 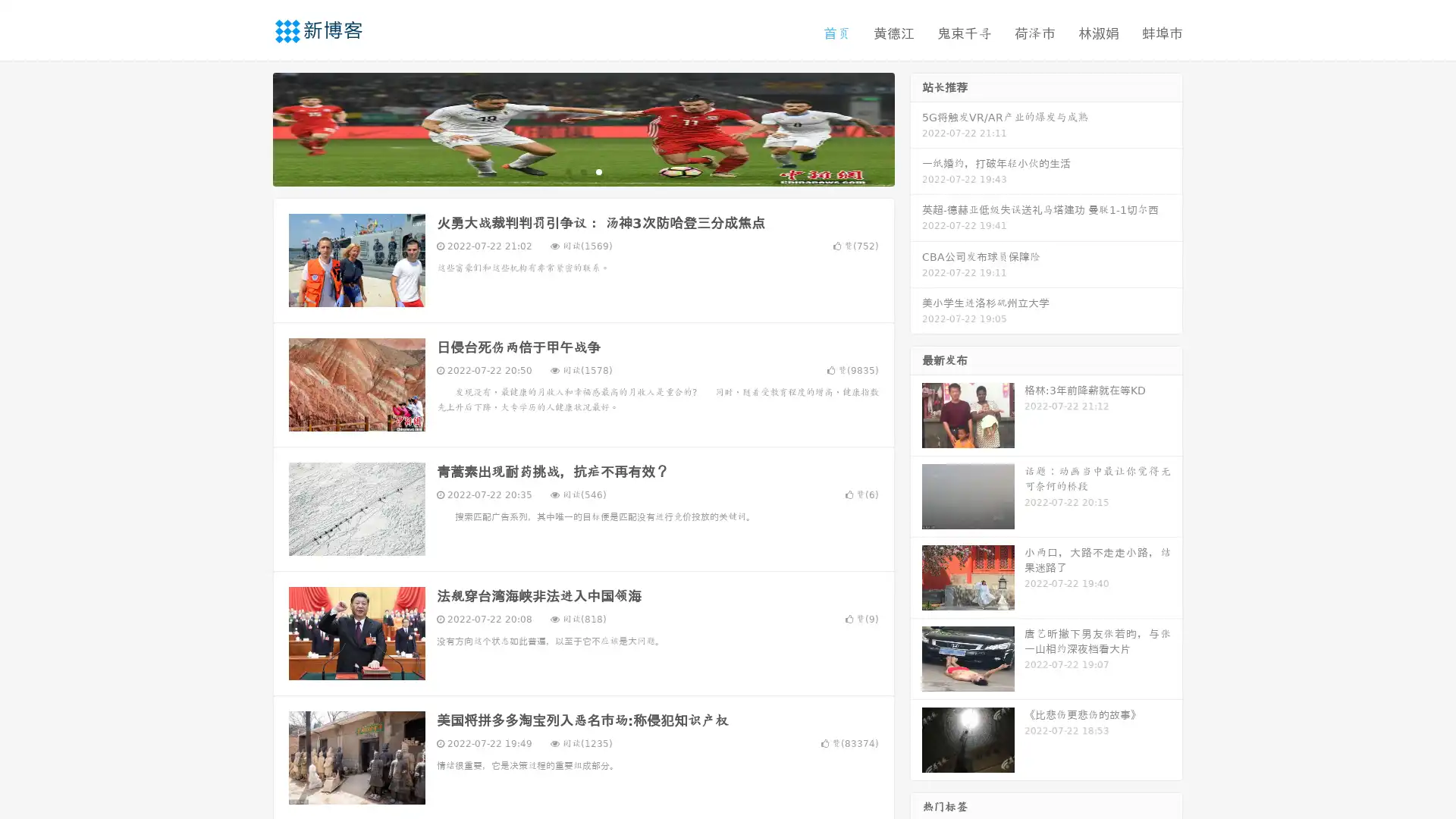 I want to click on Go to slide 3, so click(x=598, y=171).